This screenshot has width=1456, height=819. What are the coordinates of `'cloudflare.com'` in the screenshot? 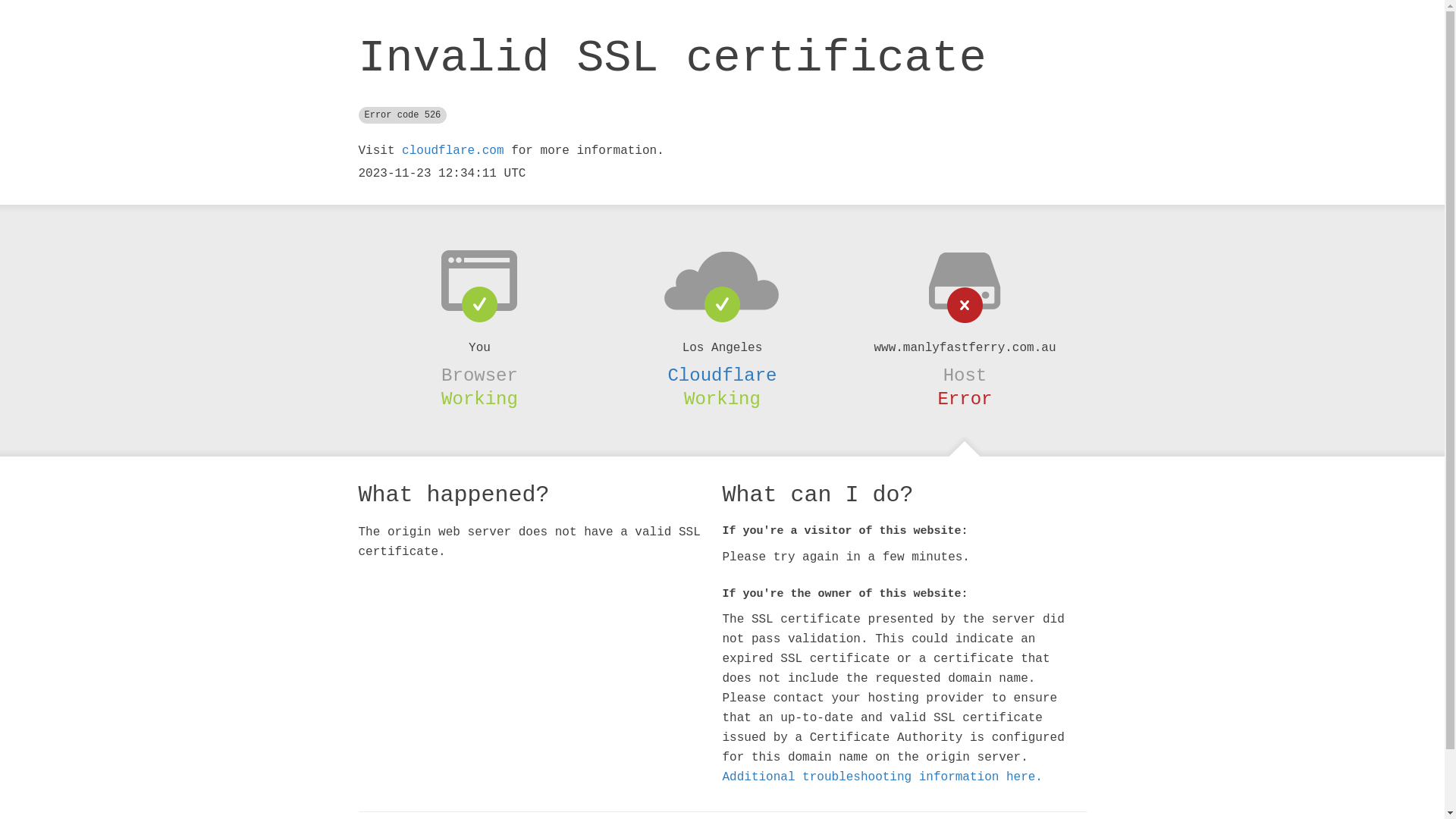 It's located at (451, 151).